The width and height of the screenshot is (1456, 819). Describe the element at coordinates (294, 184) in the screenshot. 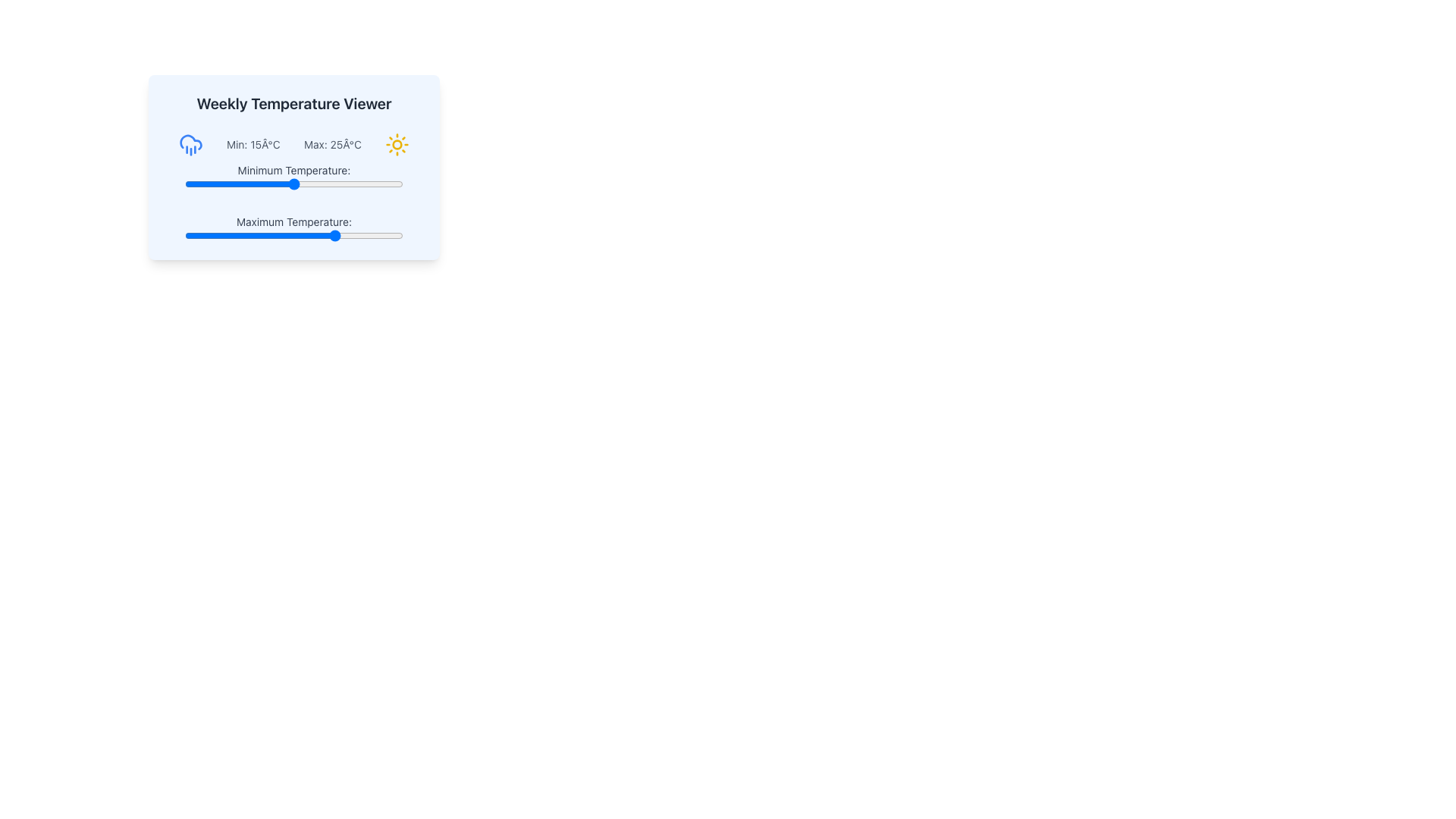

I see `the minimum temperature` at that location.